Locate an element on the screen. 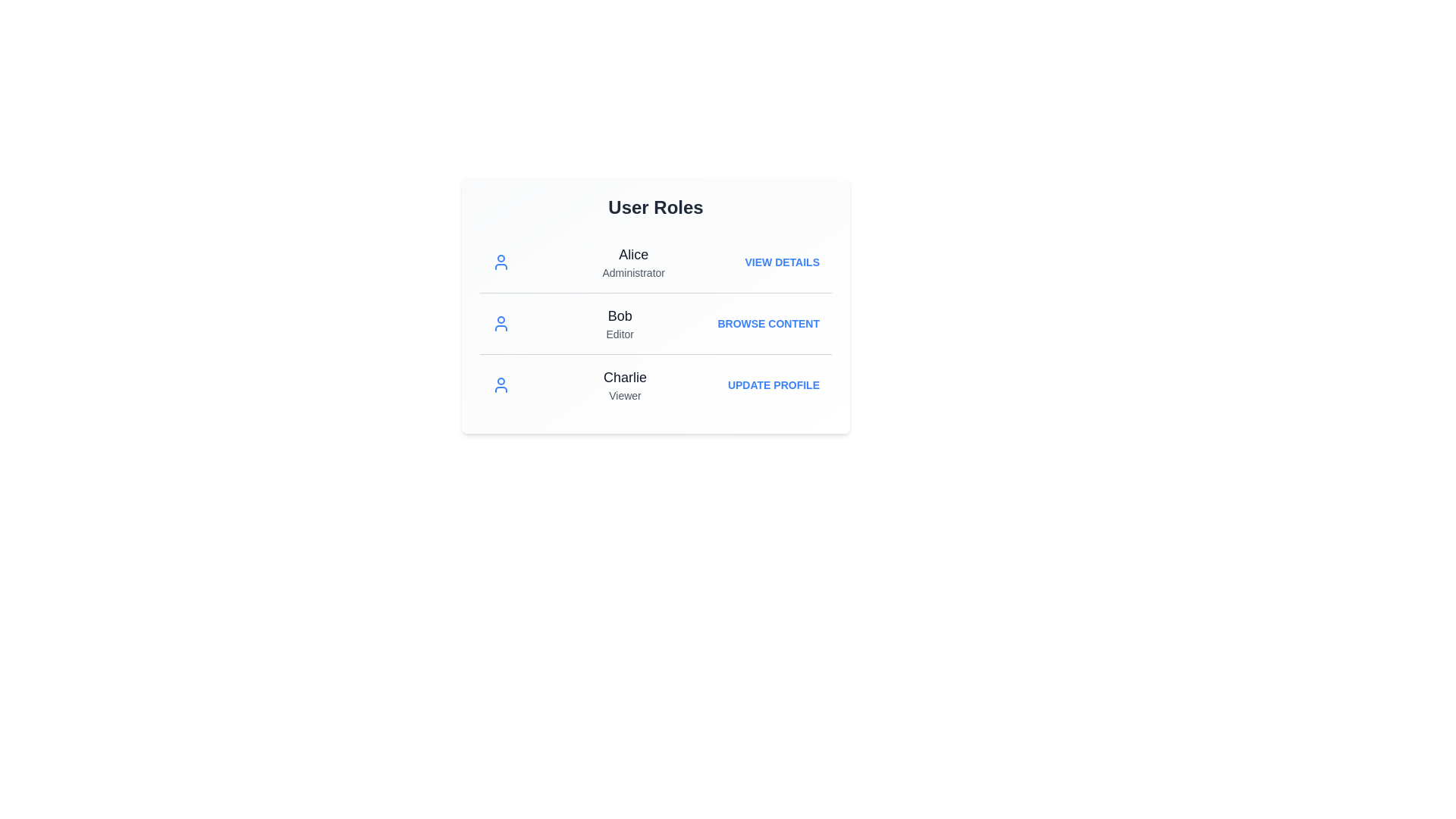 Image resolution: width=1456 pixels, height=819 pixels. the Text display element that shows the name 'Bob' and their role 'Editor' in the User Roles section of the interface is located at coordinates (620, 323).